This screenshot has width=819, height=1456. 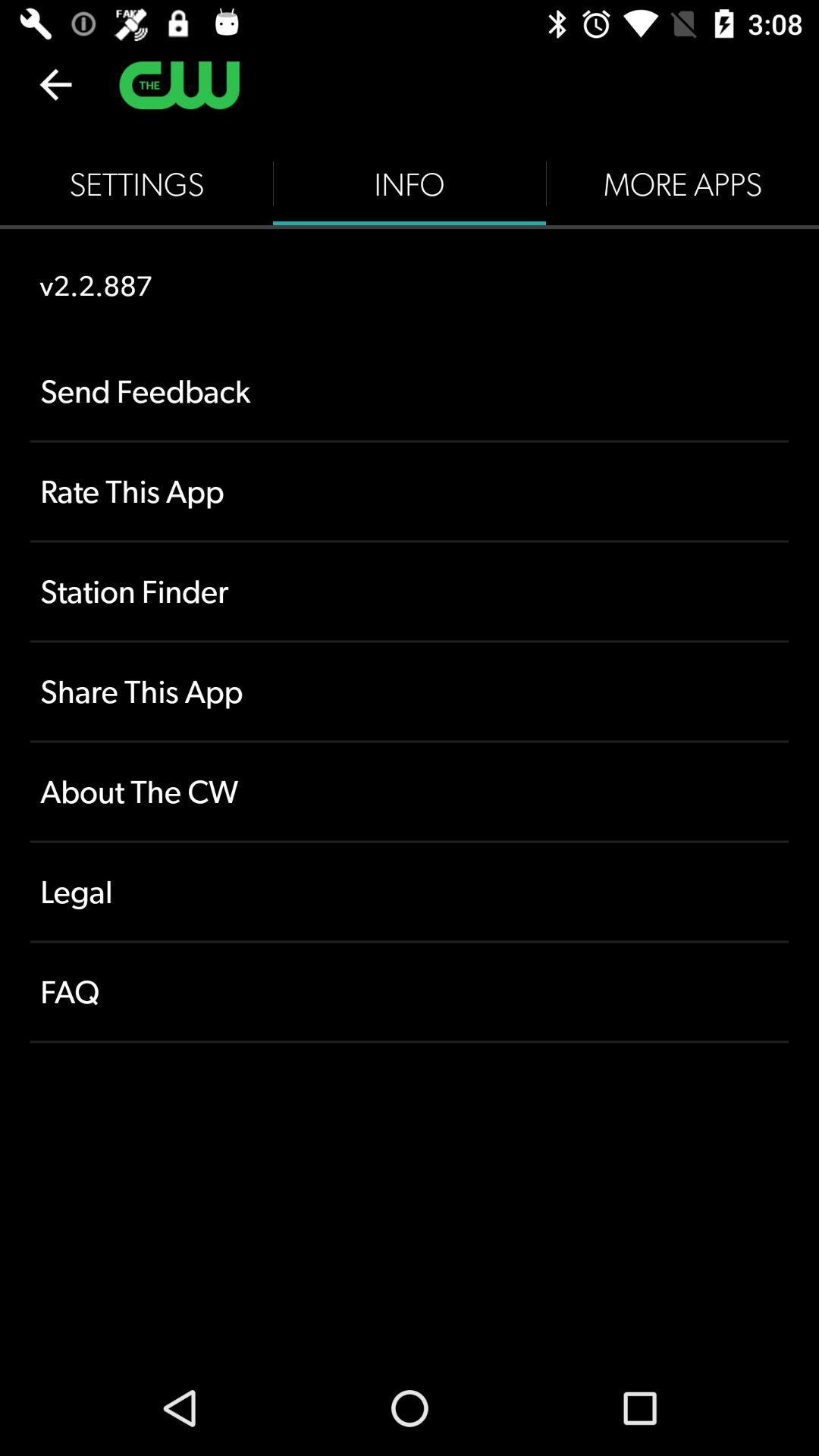 I want to click on send feedback item, so click(x=409, y=391).